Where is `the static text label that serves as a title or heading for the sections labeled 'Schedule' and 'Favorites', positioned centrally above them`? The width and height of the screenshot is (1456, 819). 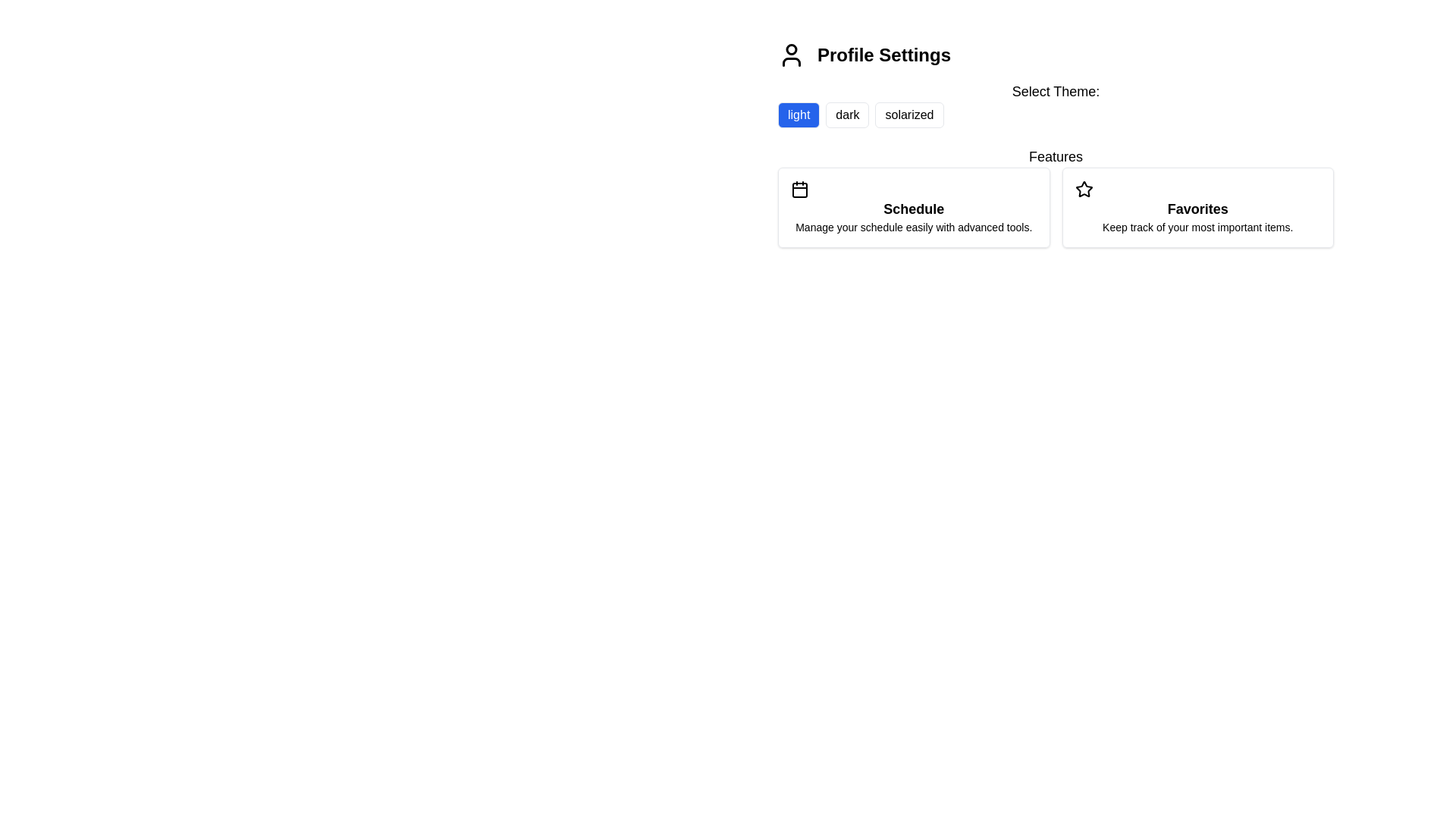 the static text label that serves as a title or heading for the sections labeled 'Schedule' and 'Favorites', positioned centrally above them is located at coordinates (1055, 157).